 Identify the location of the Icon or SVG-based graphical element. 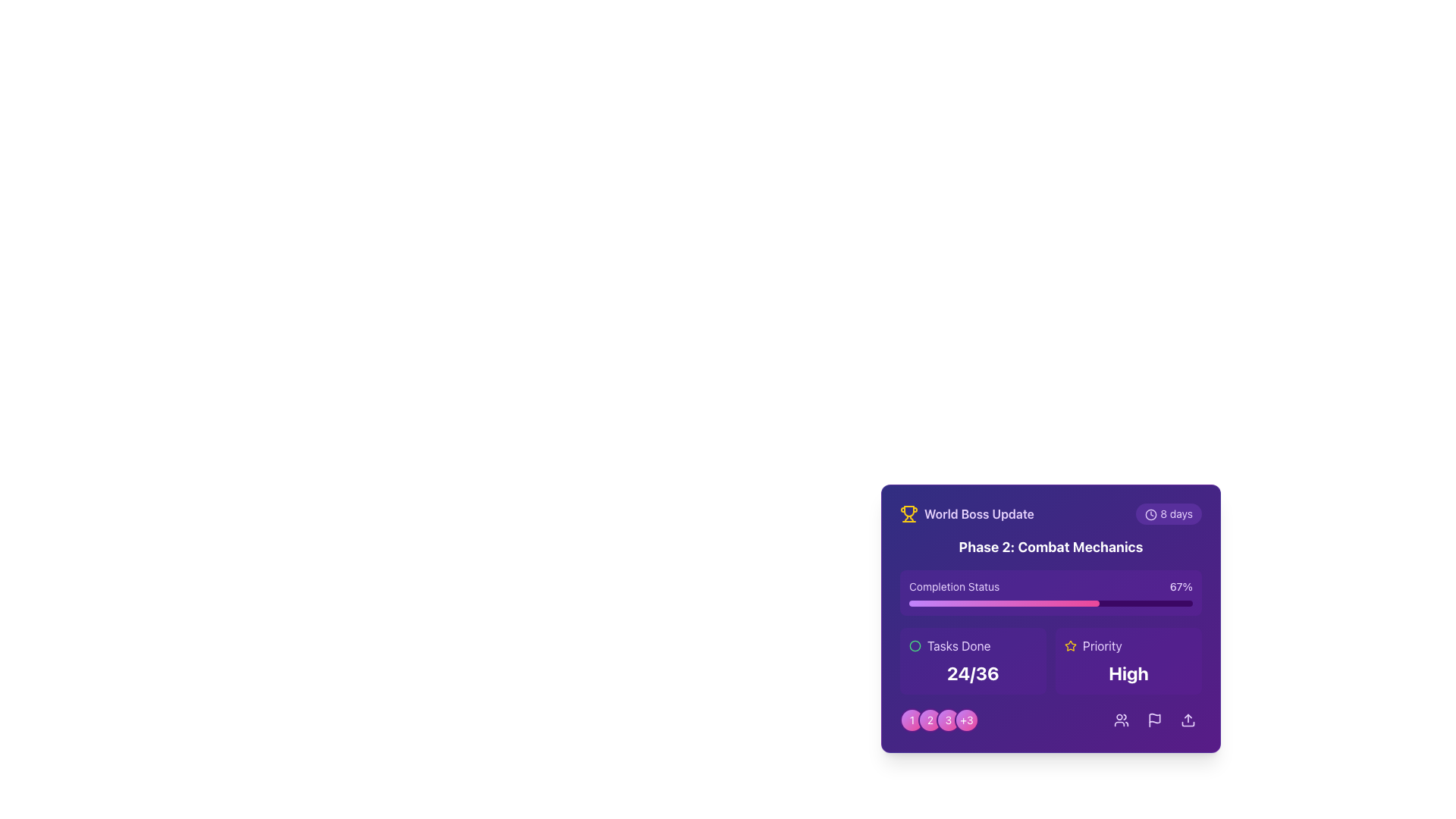
(914, 646).